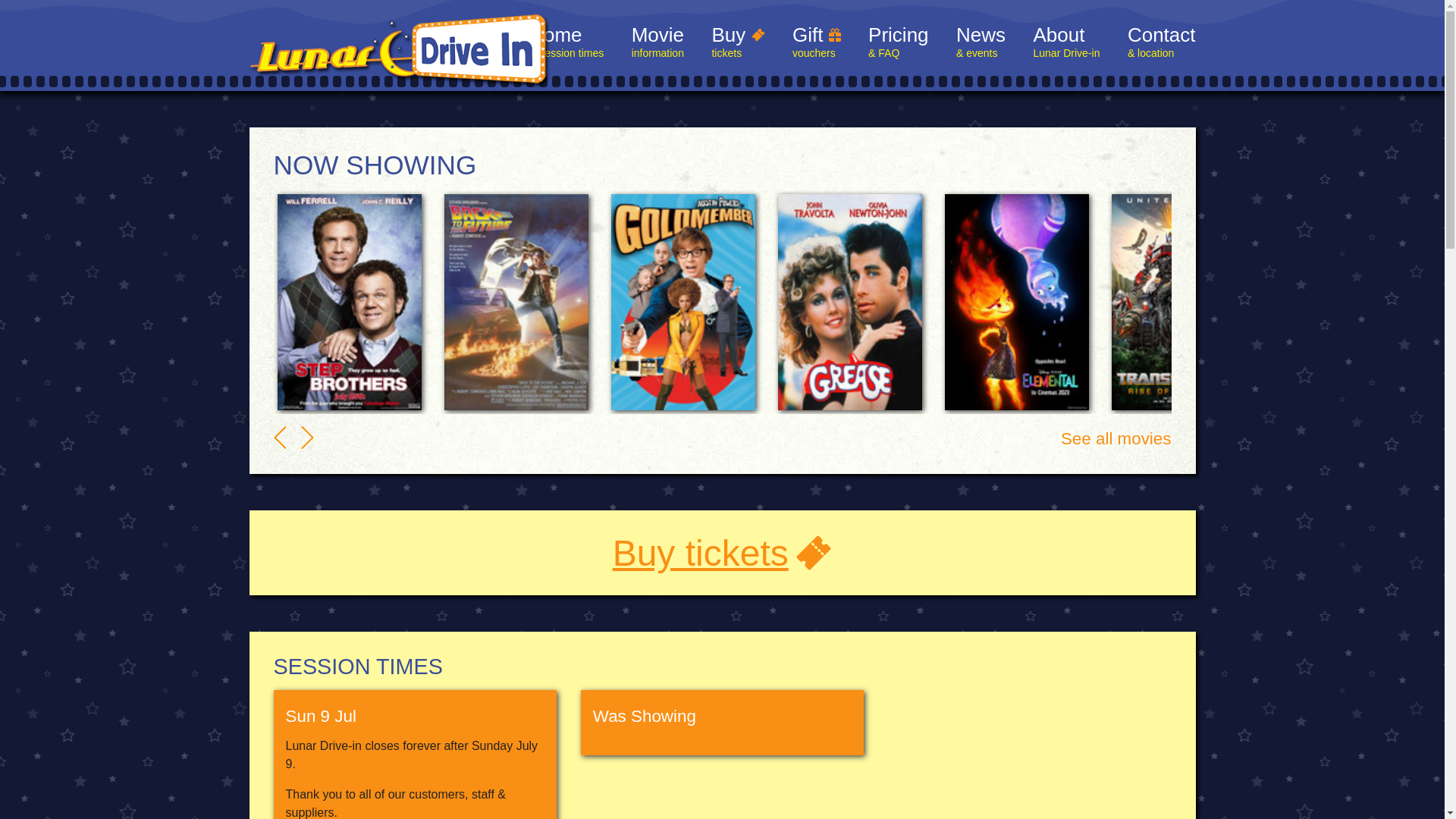 The width and height of the screenshot is (1456, 819). I want to click on ' ', so click(301, 438).